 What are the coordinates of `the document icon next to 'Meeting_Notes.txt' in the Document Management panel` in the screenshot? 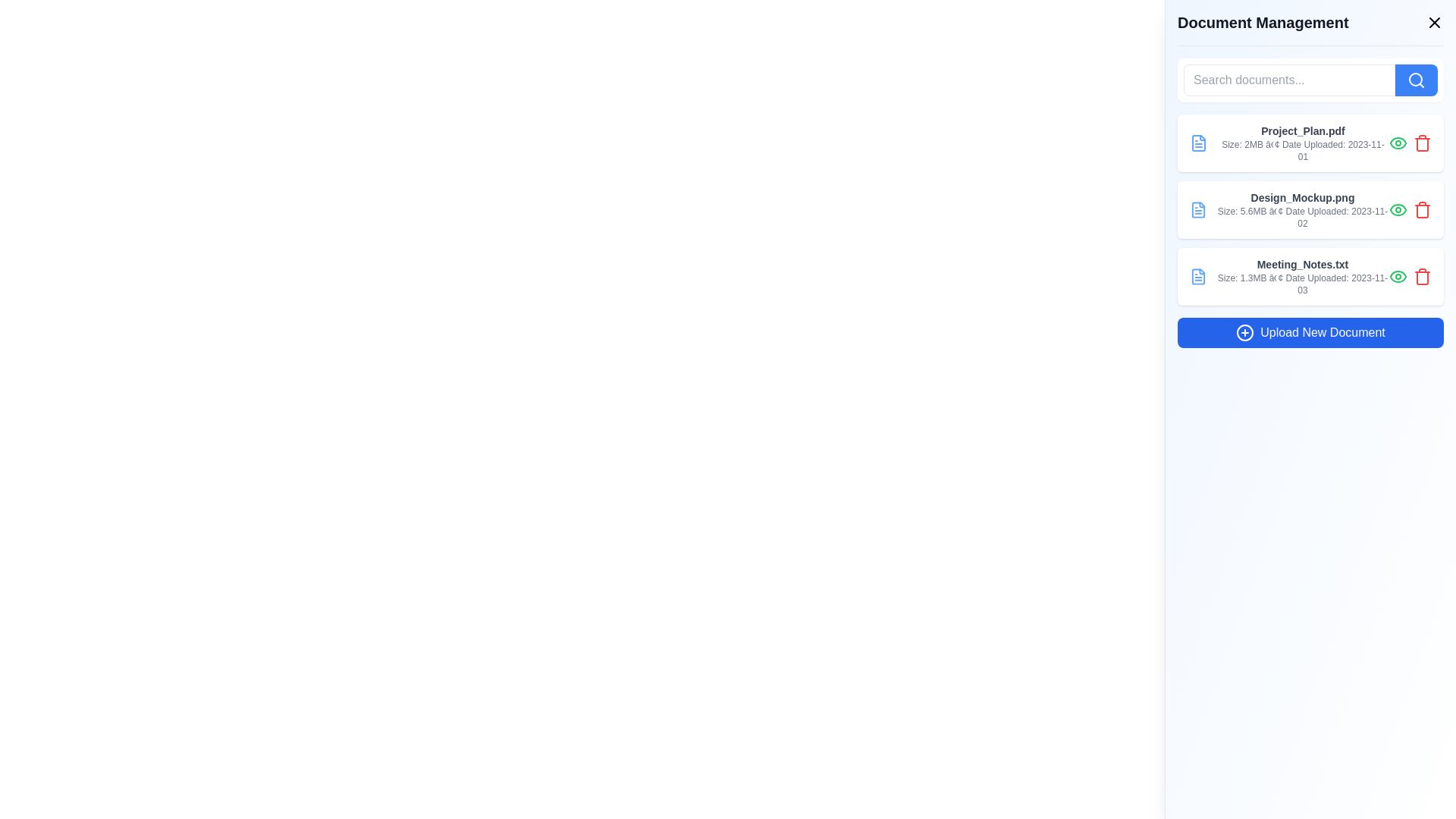 It's located at (1197, 277).